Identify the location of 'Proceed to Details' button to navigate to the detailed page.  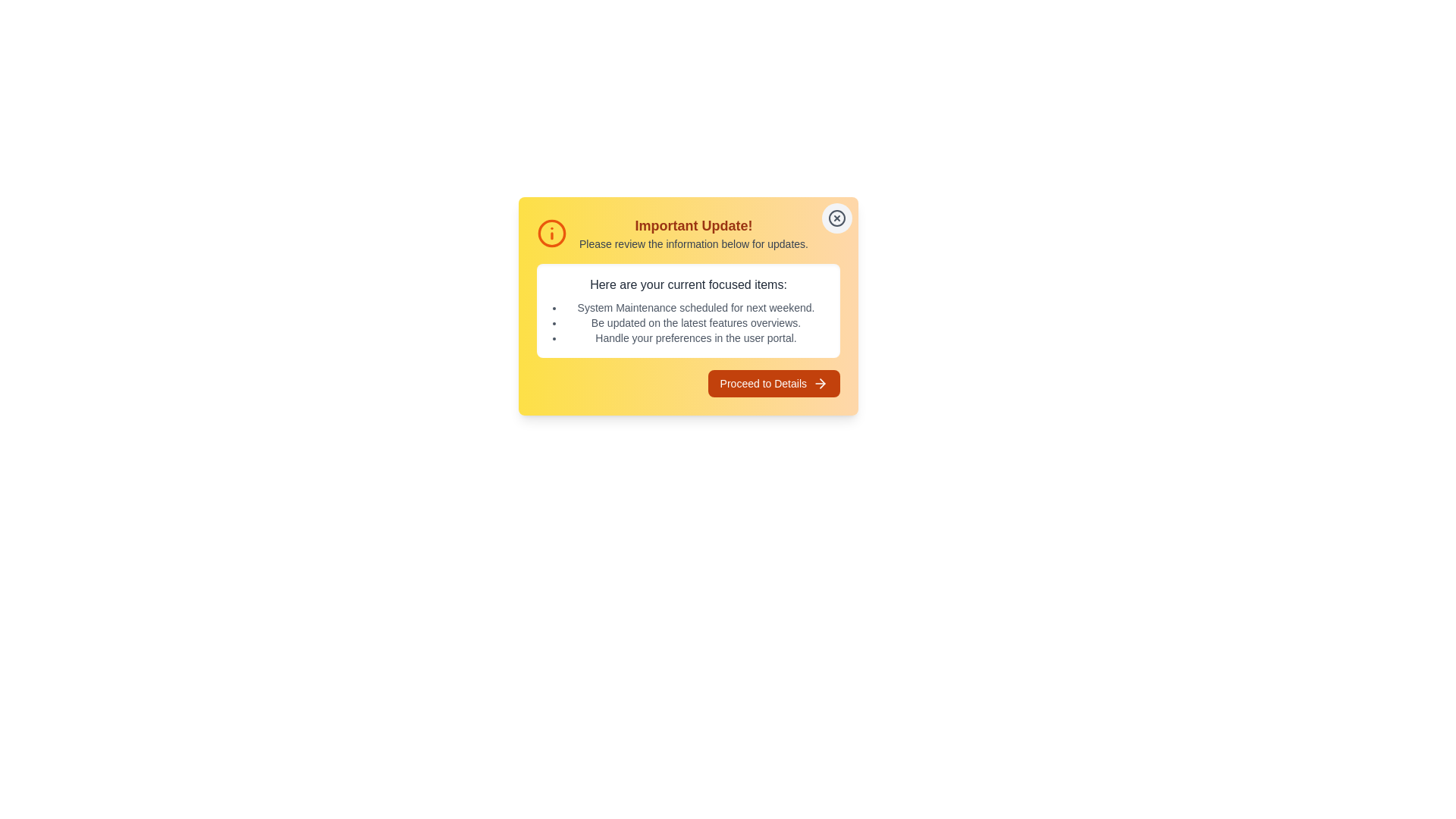
(773, 382).